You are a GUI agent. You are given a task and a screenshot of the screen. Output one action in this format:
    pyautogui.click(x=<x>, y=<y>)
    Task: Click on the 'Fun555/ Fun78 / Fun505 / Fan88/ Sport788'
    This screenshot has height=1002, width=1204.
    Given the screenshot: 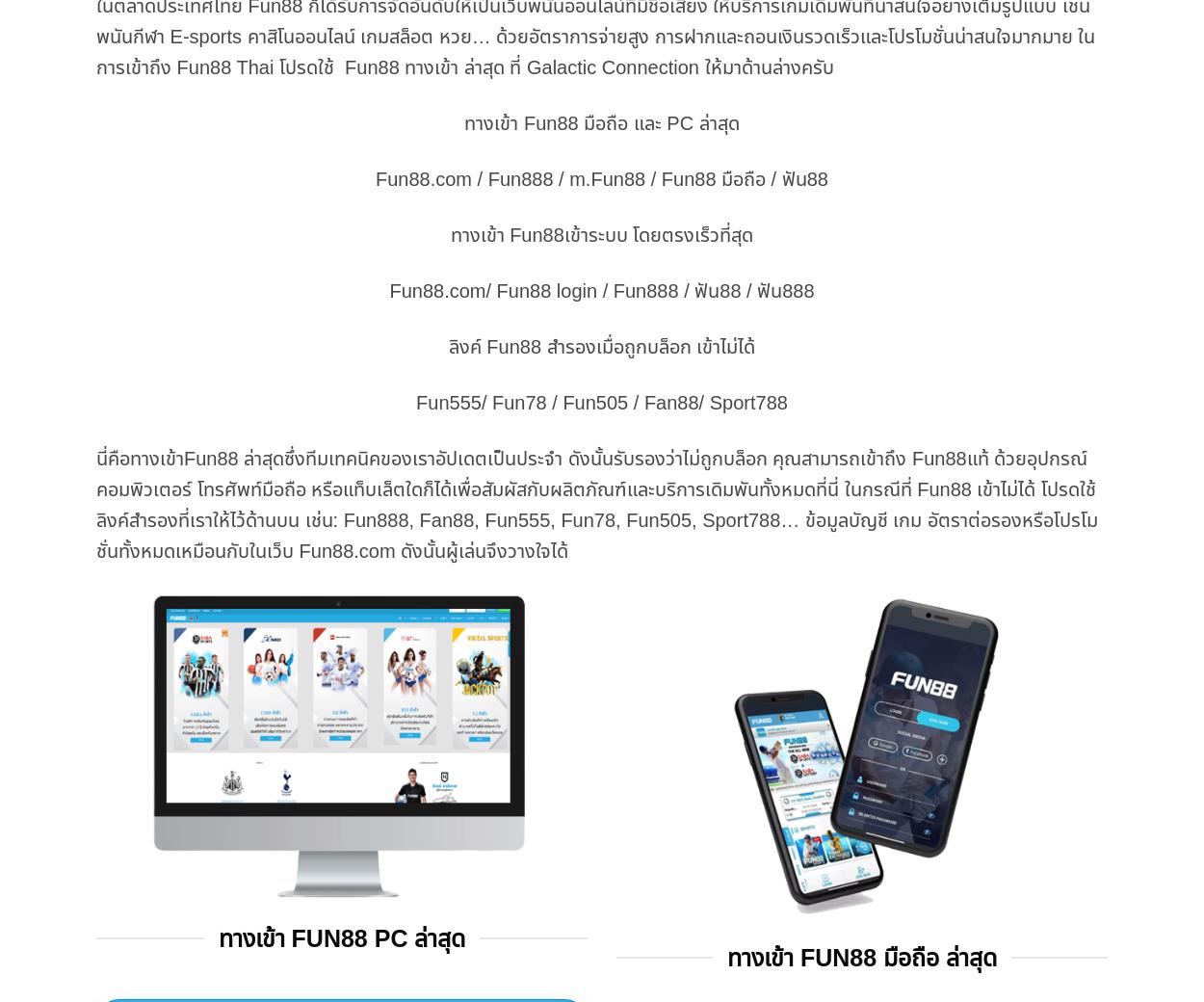 What is the action you would take?
    pyautogui.click(x=600, y=402)
    